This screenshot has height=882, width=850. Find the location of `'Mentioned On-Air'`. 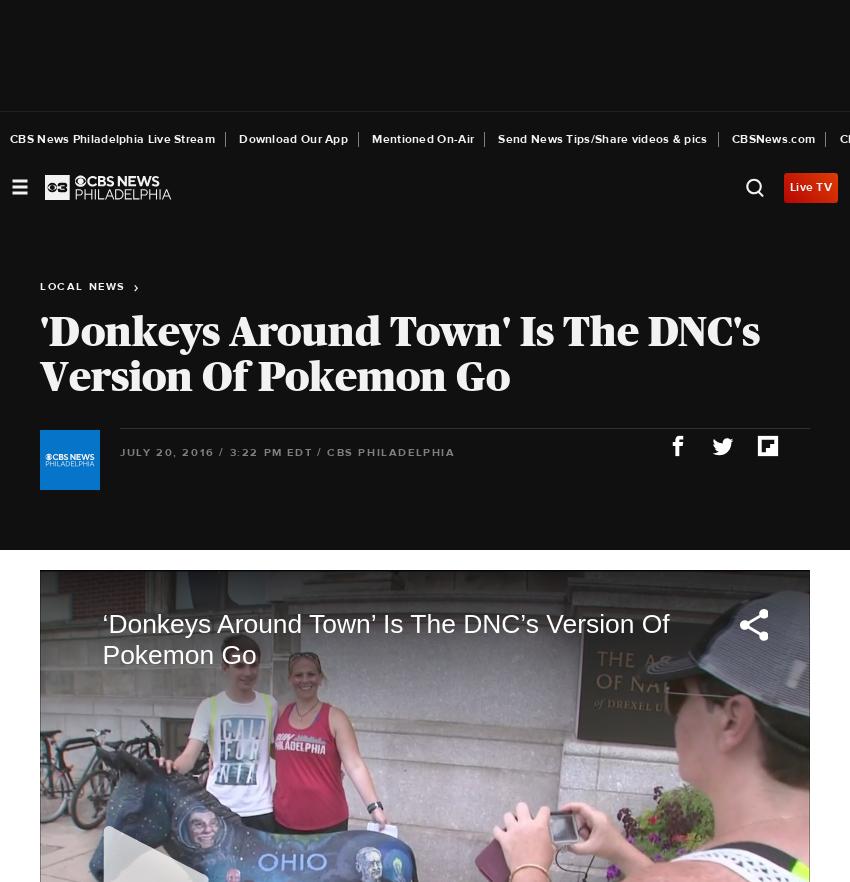

'Mentioned On-Air' is located at coordinates (422, 139).